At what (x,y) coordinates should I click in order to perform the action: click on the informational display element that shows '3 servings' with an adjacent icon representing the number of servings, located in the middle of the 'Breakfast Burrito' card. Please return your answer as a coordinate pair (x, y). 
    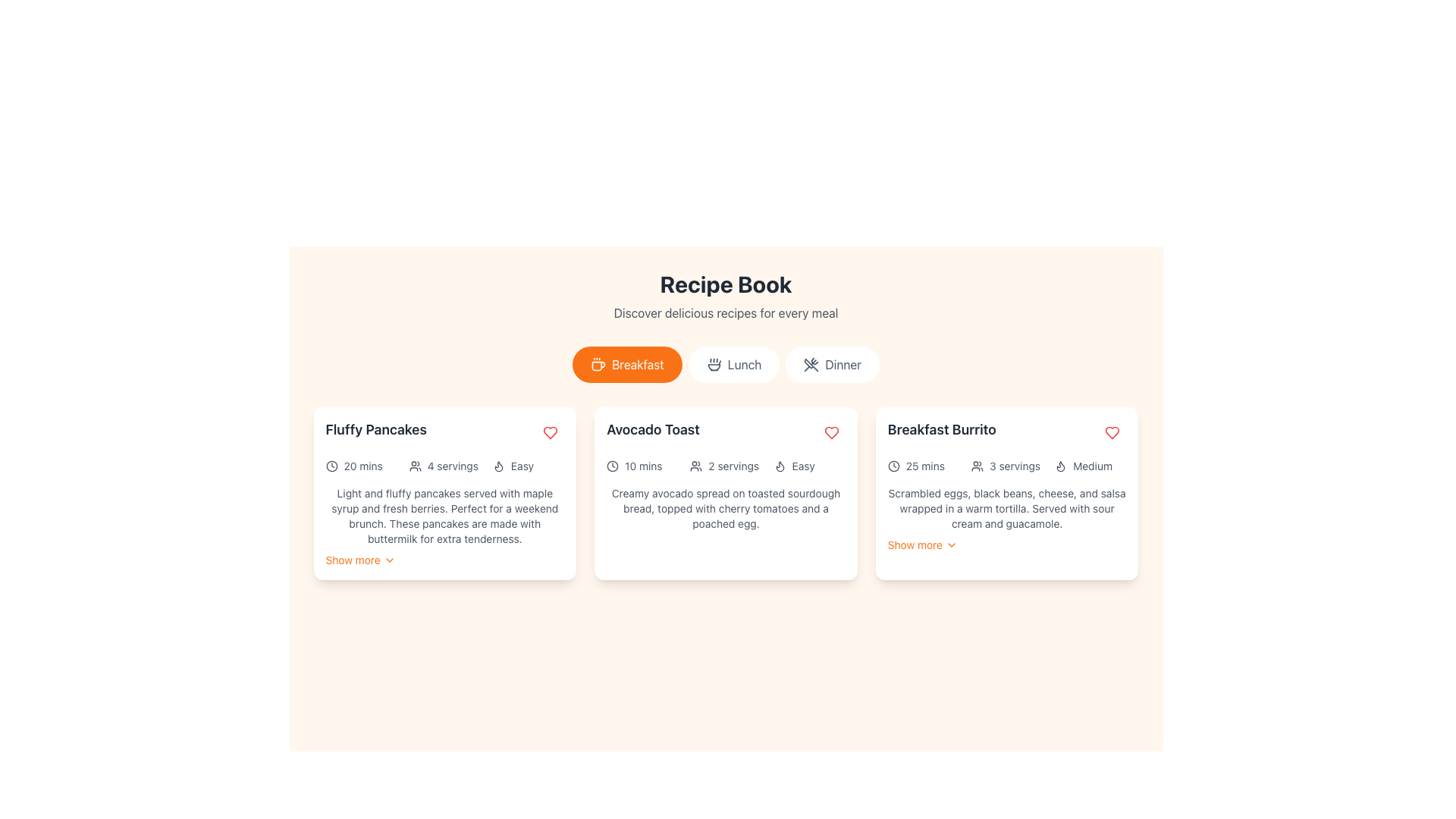
    Looking at the image, I should click on (1007, 465).